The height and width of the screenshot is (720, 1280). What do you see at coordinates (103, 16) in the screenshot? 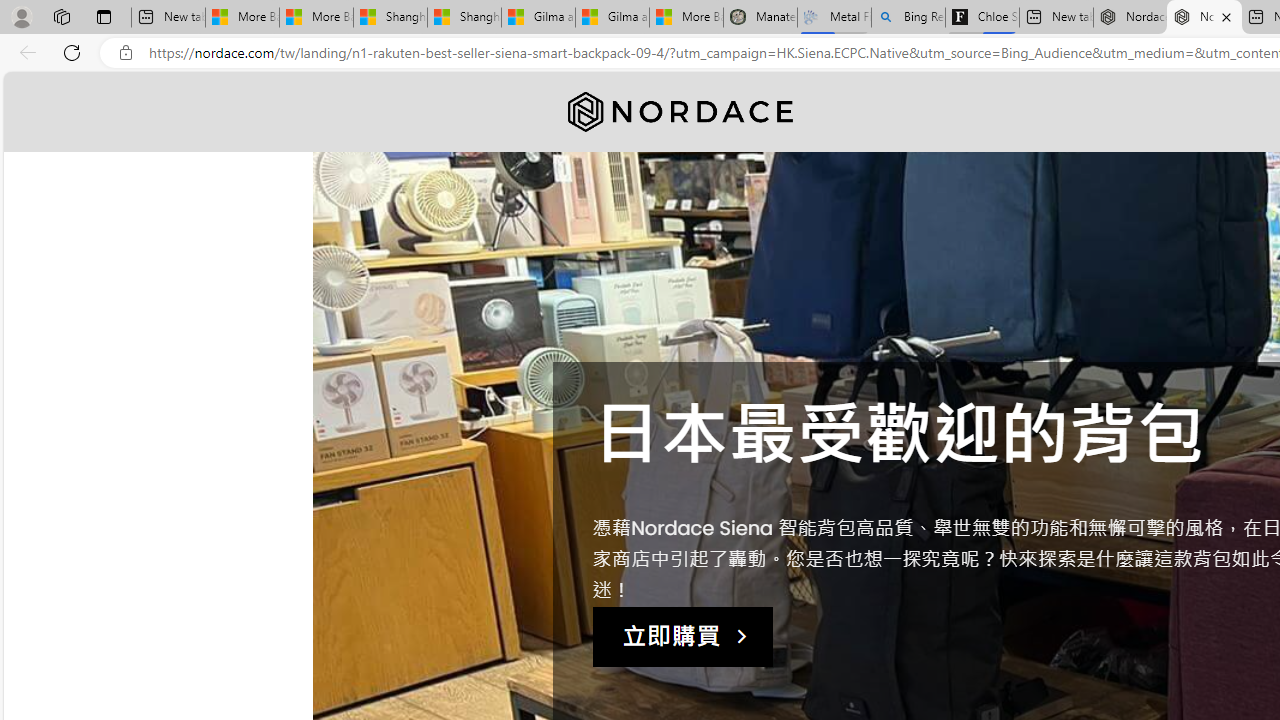
I see `'Tab actions menu'` at bounding box center [103, 16].